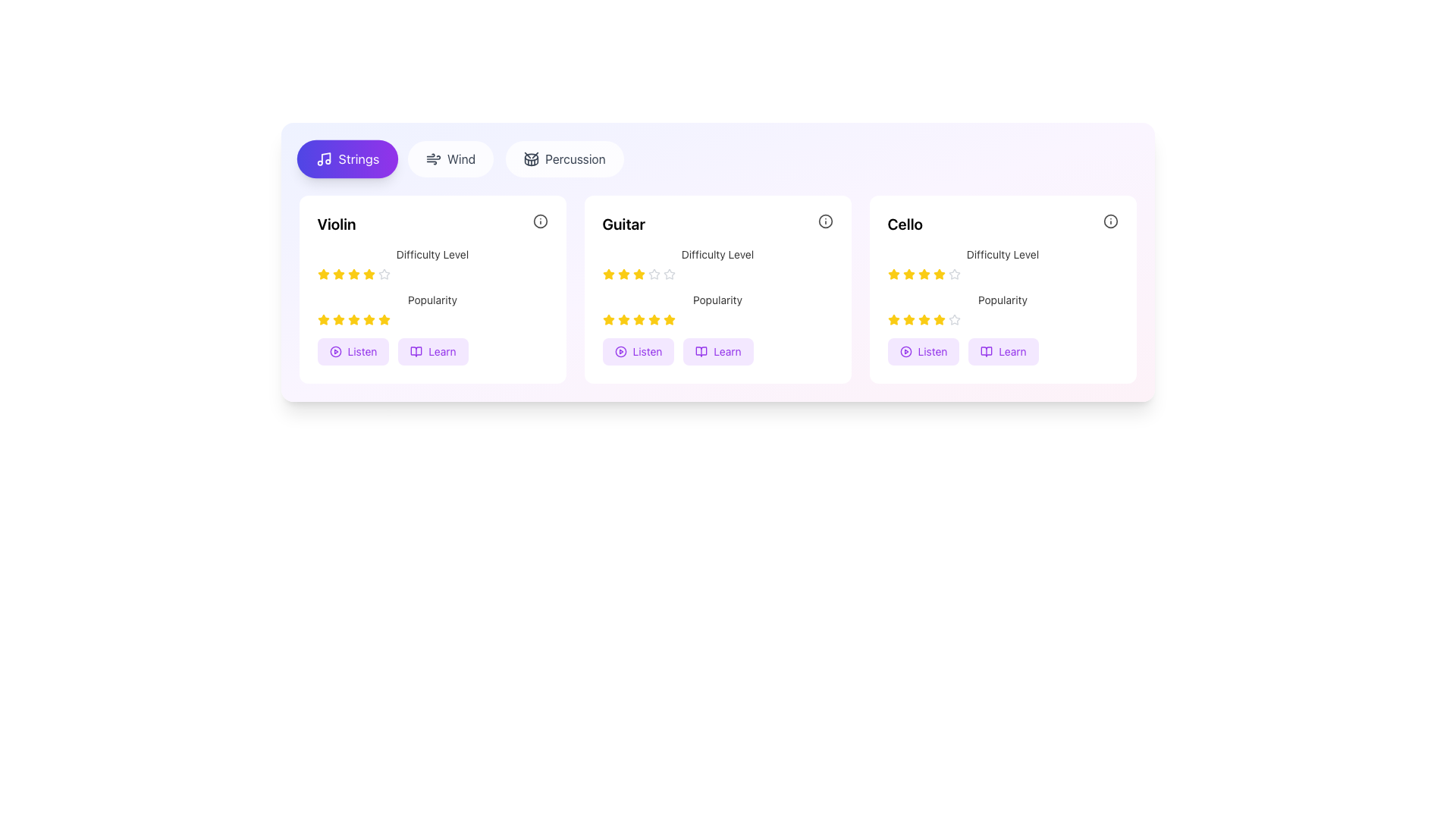  Describe the element at coordinates (717, 351) in the screenshot. I see `the interactive button located to the right of the 'Listen' button under the 'Guitar' section` at that location.